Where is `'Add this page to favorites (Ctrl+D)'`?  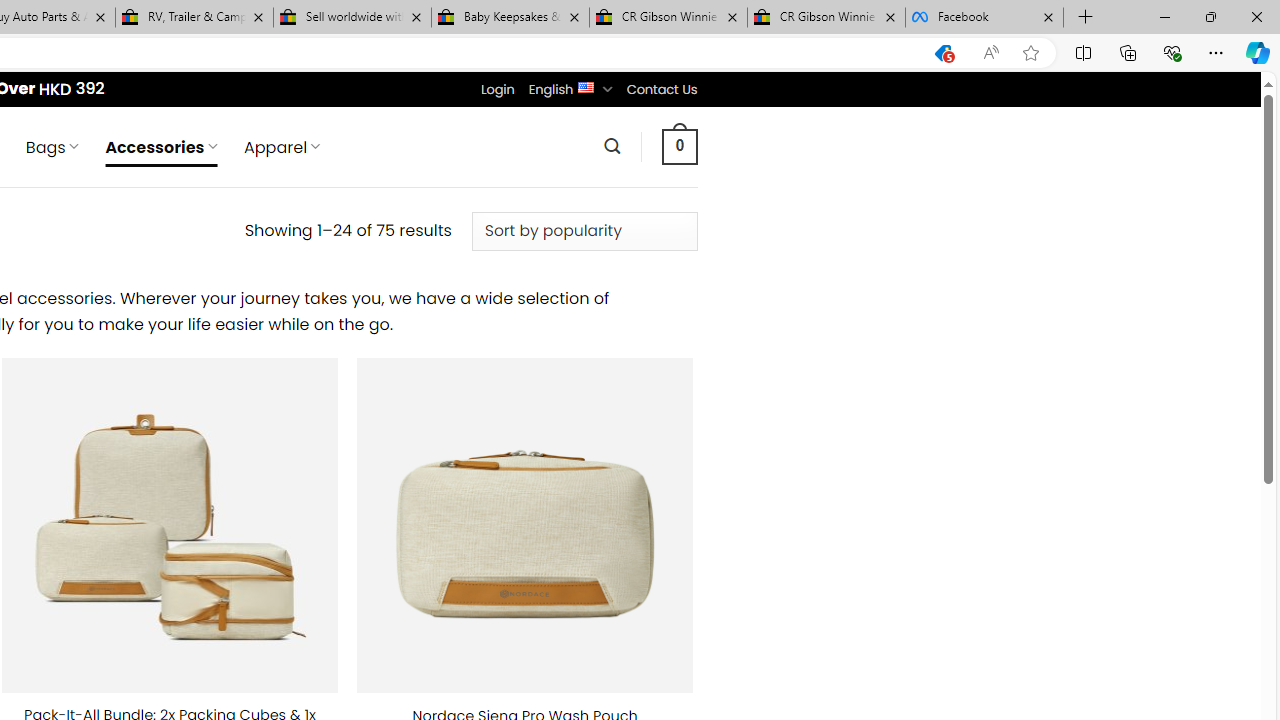
'Add this page to favorites (Ctrl+D)' is located at coordinates (1031, 52).